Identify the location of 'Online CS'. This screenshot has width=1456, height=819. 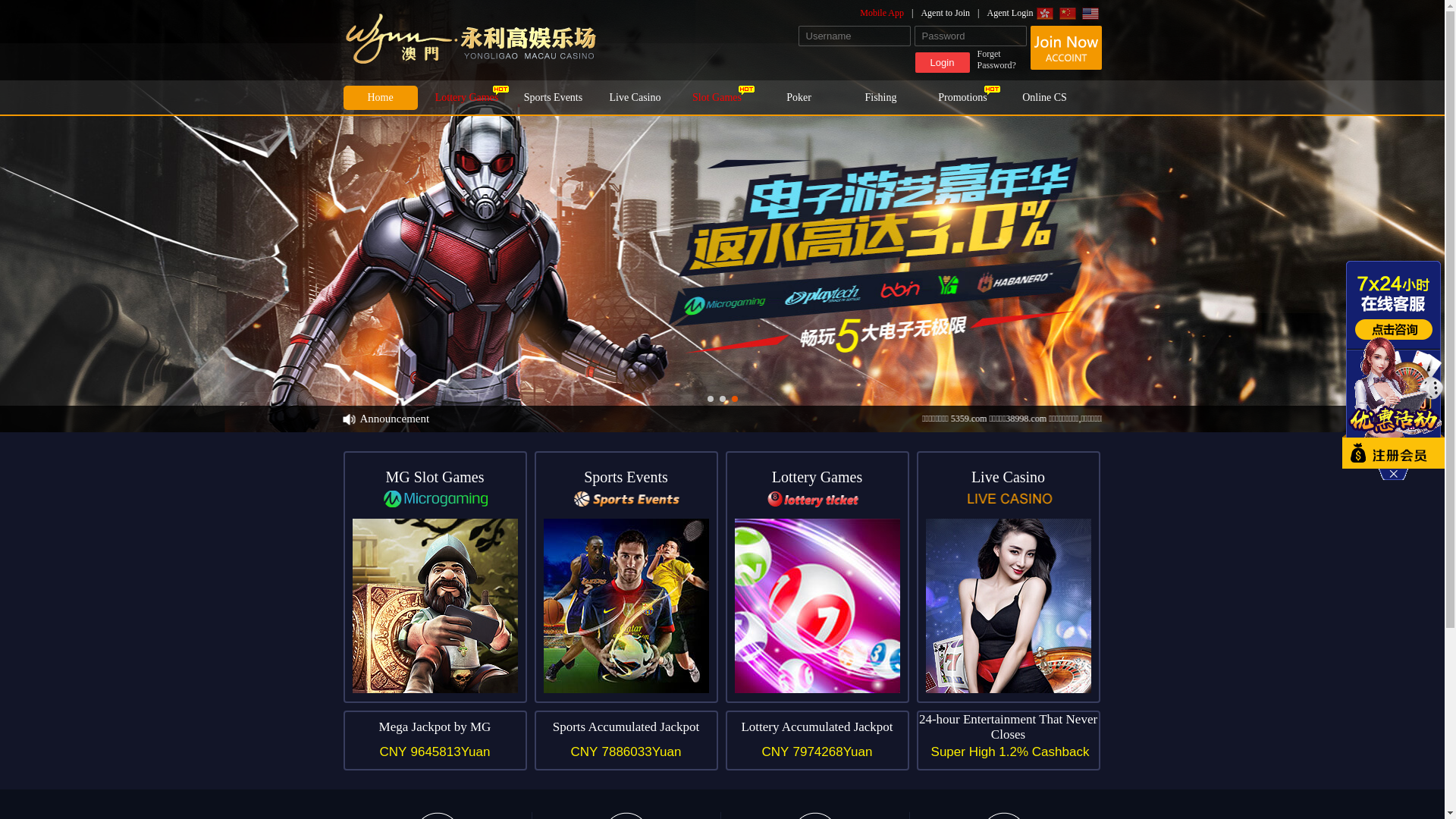
(1043, 97).